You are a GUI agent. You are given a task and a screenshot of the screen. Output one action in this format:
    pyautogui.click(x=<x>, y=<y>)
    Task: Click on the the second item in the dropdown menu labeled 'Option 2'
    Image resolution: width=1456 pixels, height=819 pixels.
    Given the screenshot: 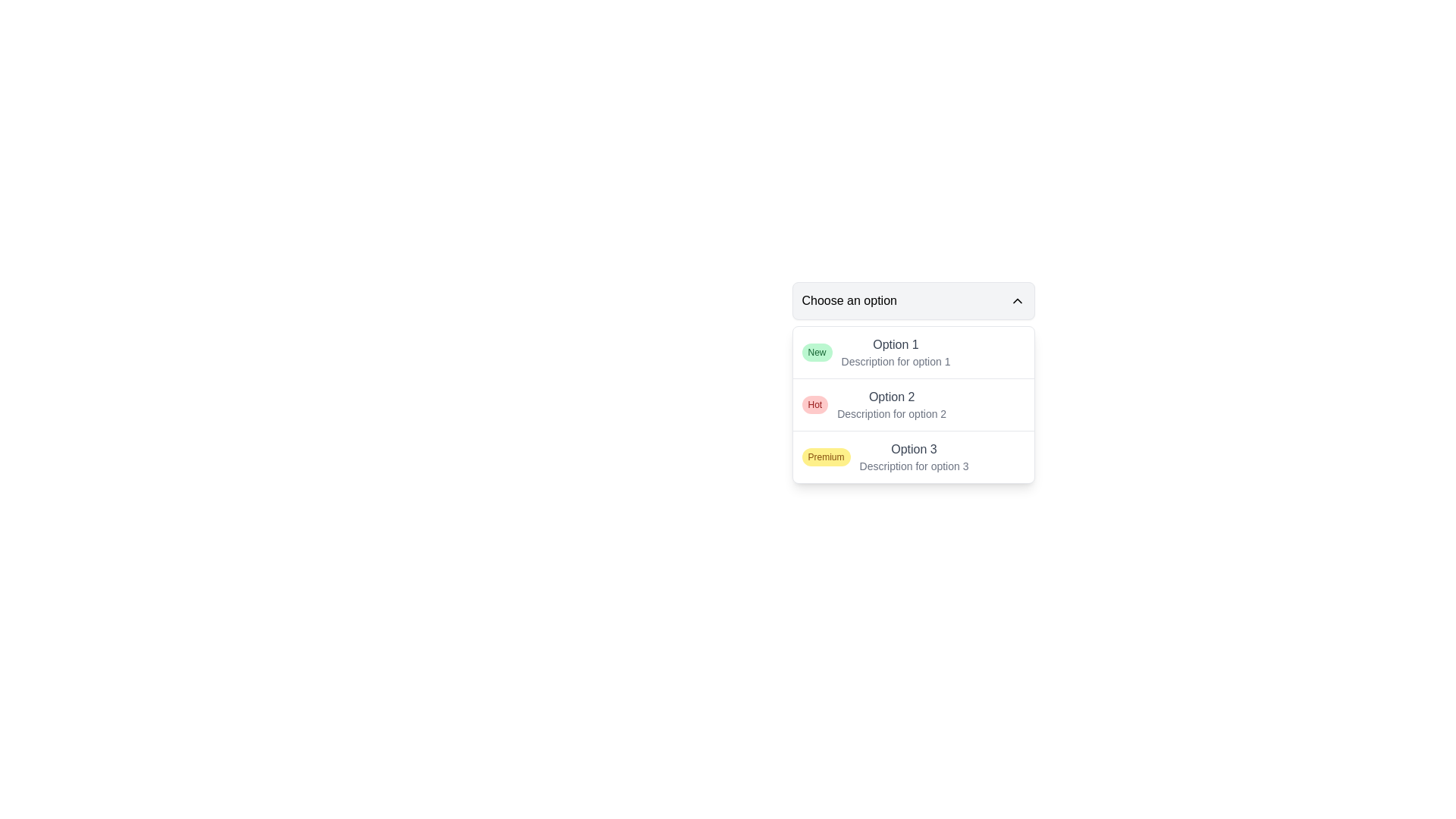 What is the action you would take?
    pyautogui.click(x=912, y=382)
    